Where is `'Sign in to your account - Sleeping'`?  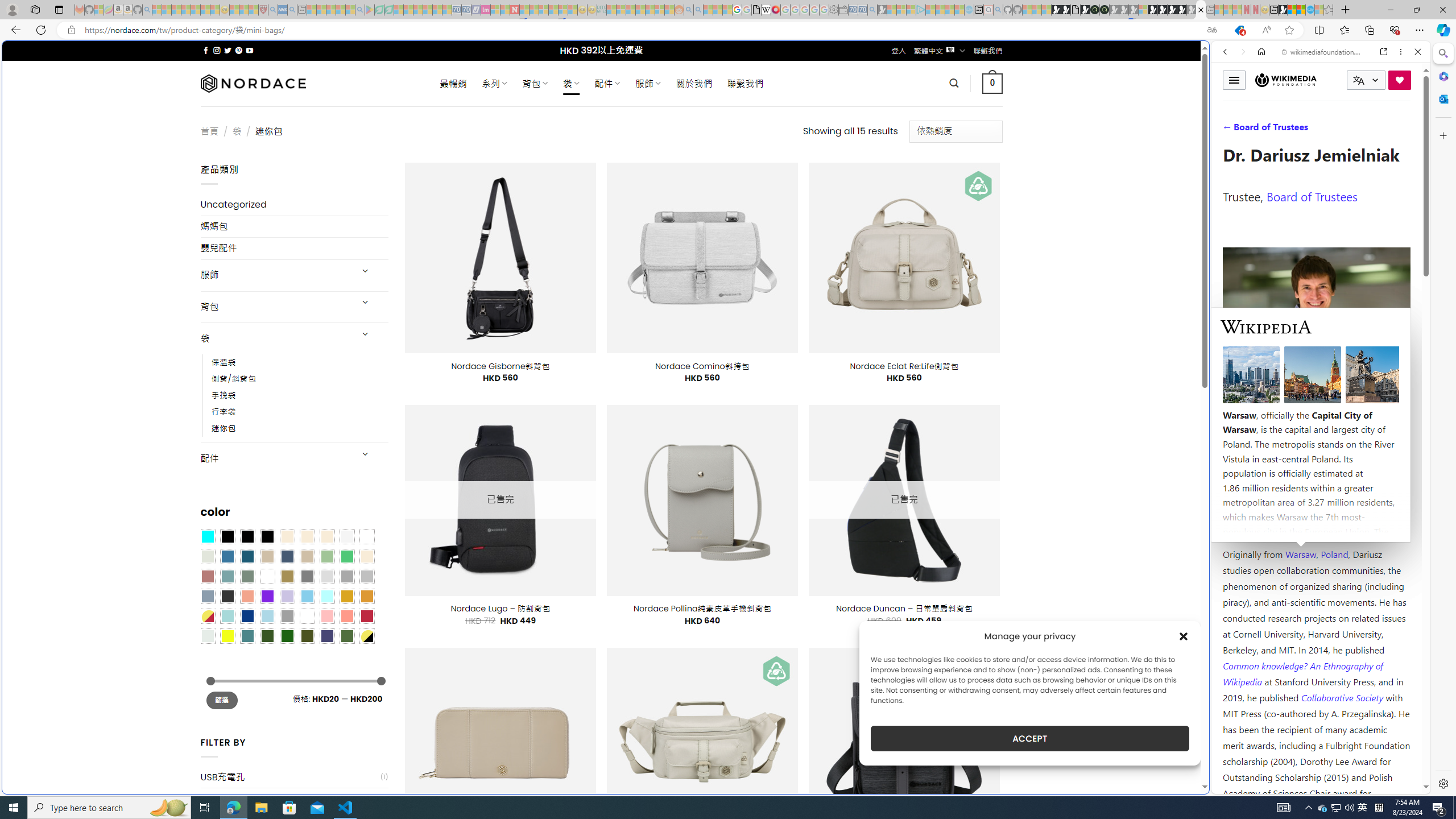
'Sign in to your account - Sleeping' is located at coordinates (1143, 9).